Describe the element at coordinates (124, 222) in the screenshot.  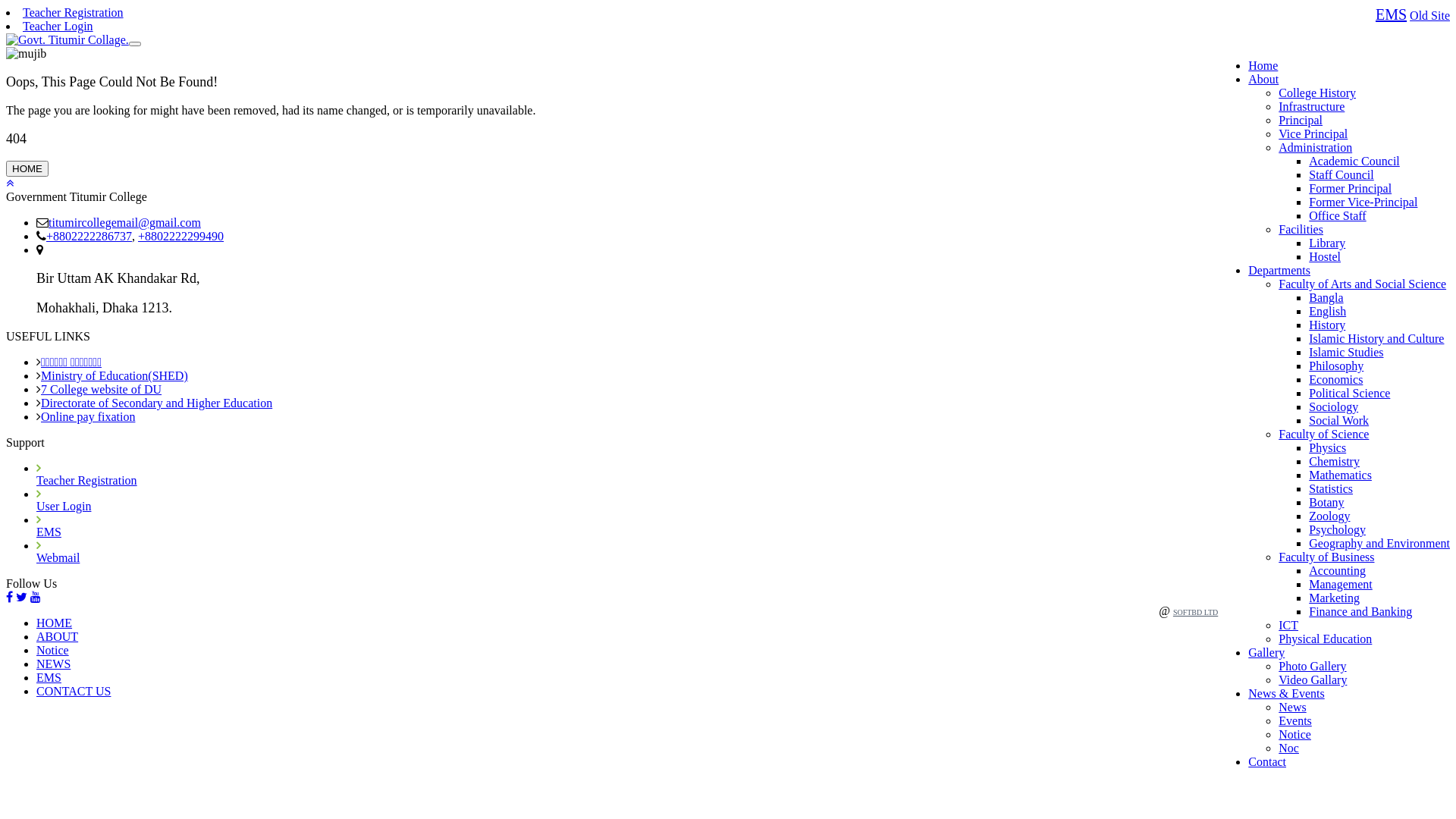
I see `'titumircollegemail@gmail.com'` at that location.